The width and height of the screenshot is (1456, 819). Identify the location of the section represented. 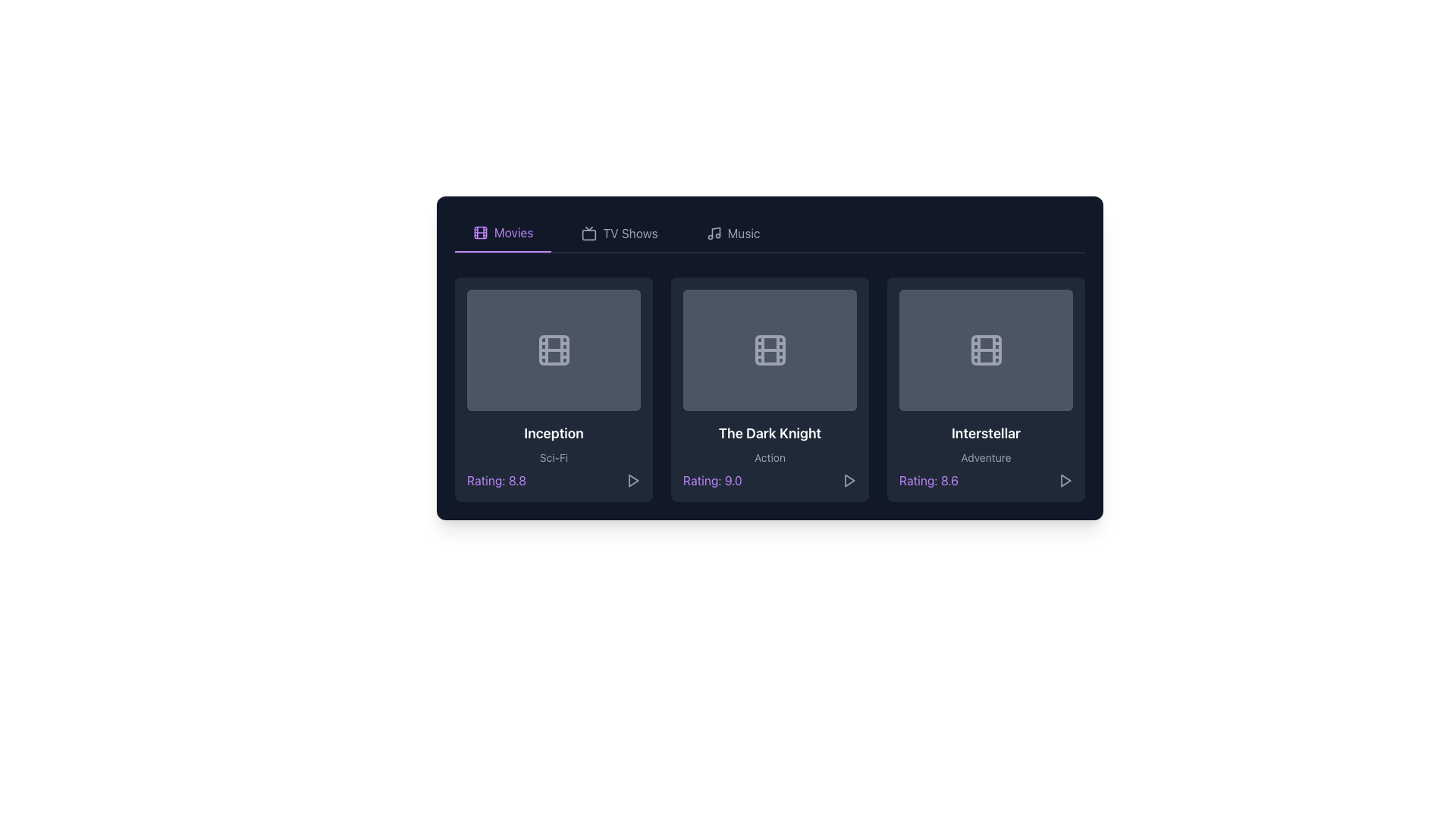
(588, 234).